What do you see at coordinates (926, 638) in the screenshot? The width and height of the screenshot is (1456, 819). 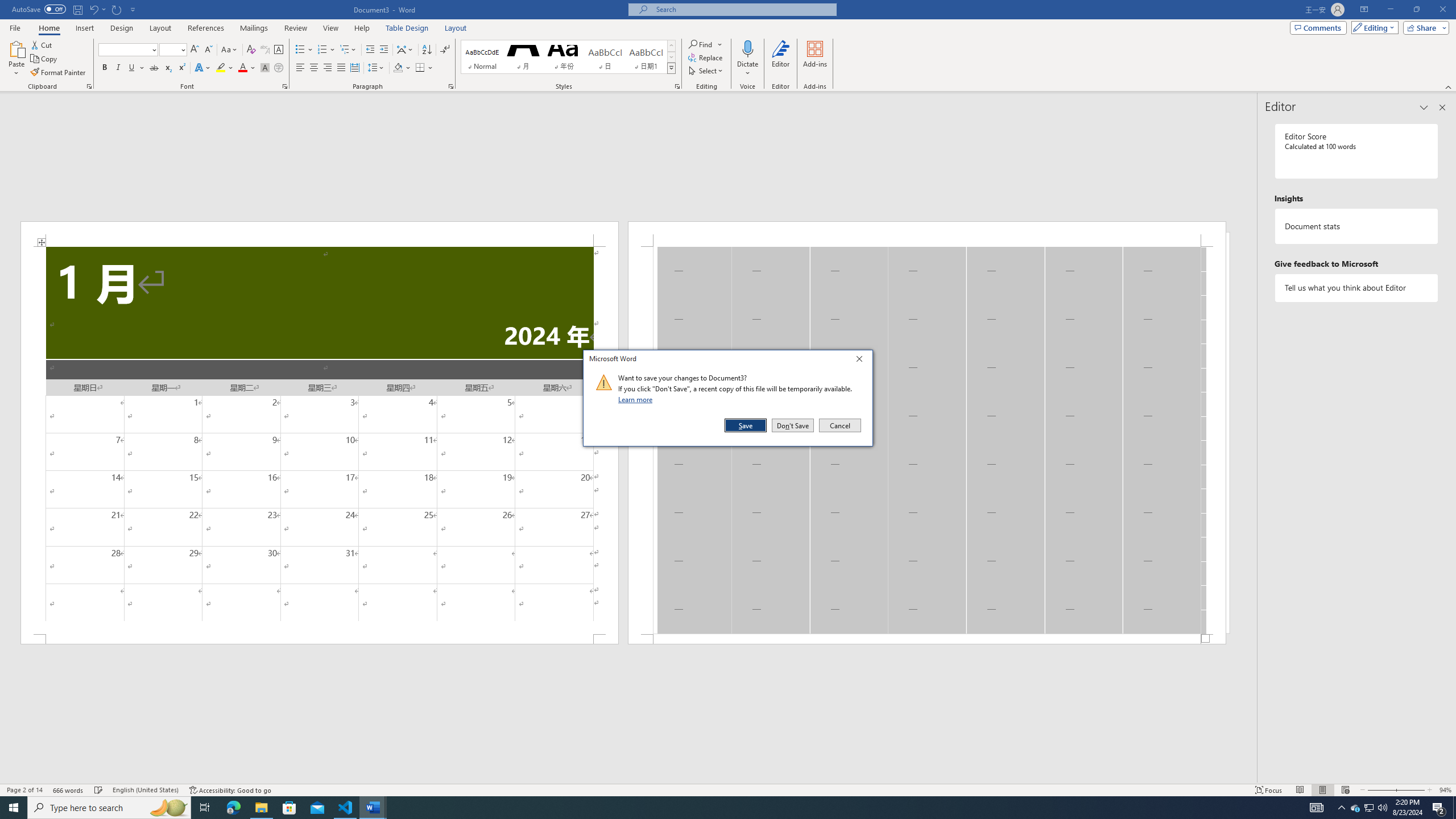 I see `'Footer -Section 1-'` at bounding box center [926, 638].